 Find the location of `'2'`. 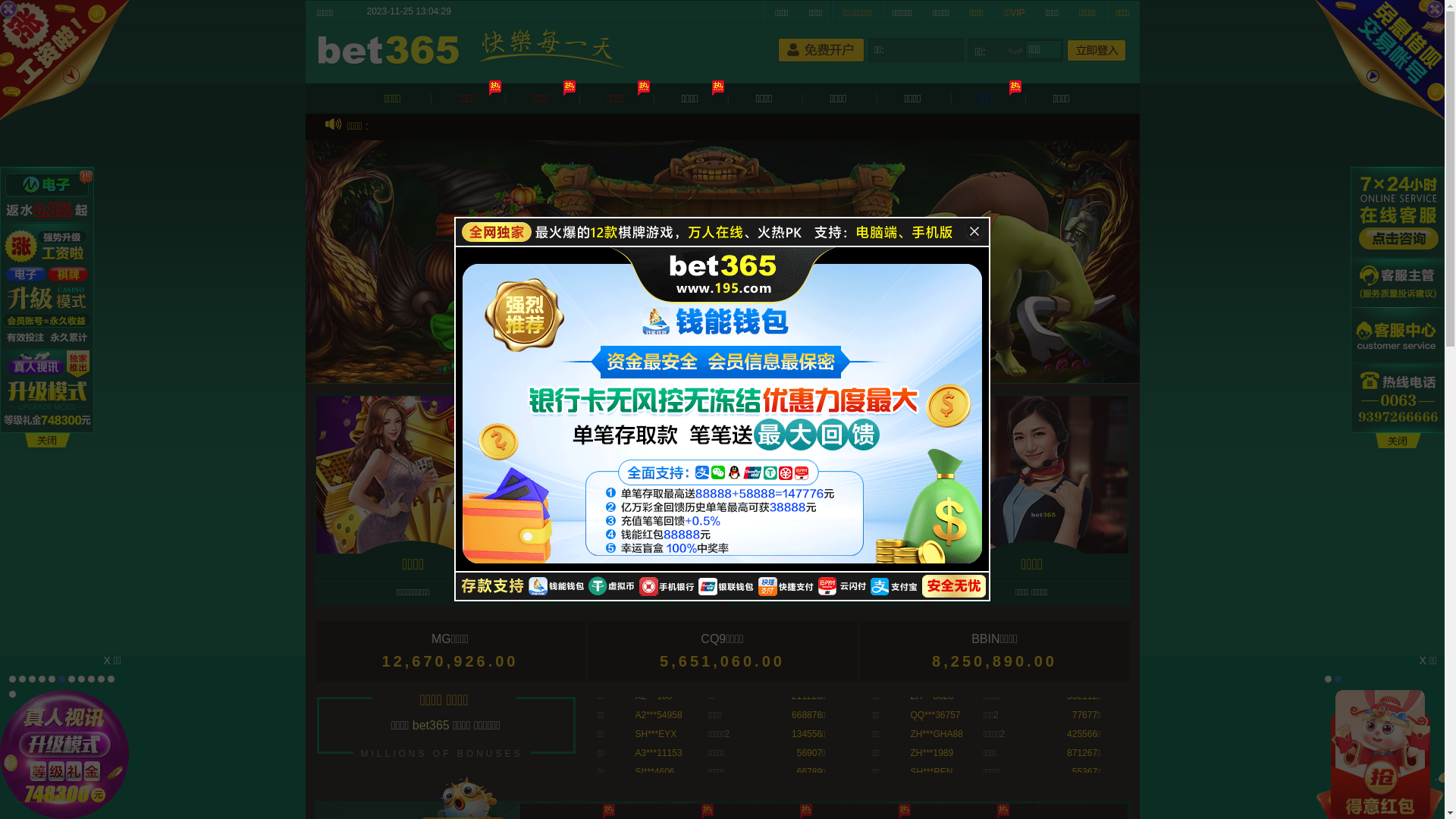

'2' is located at coordinates (1338, 678).